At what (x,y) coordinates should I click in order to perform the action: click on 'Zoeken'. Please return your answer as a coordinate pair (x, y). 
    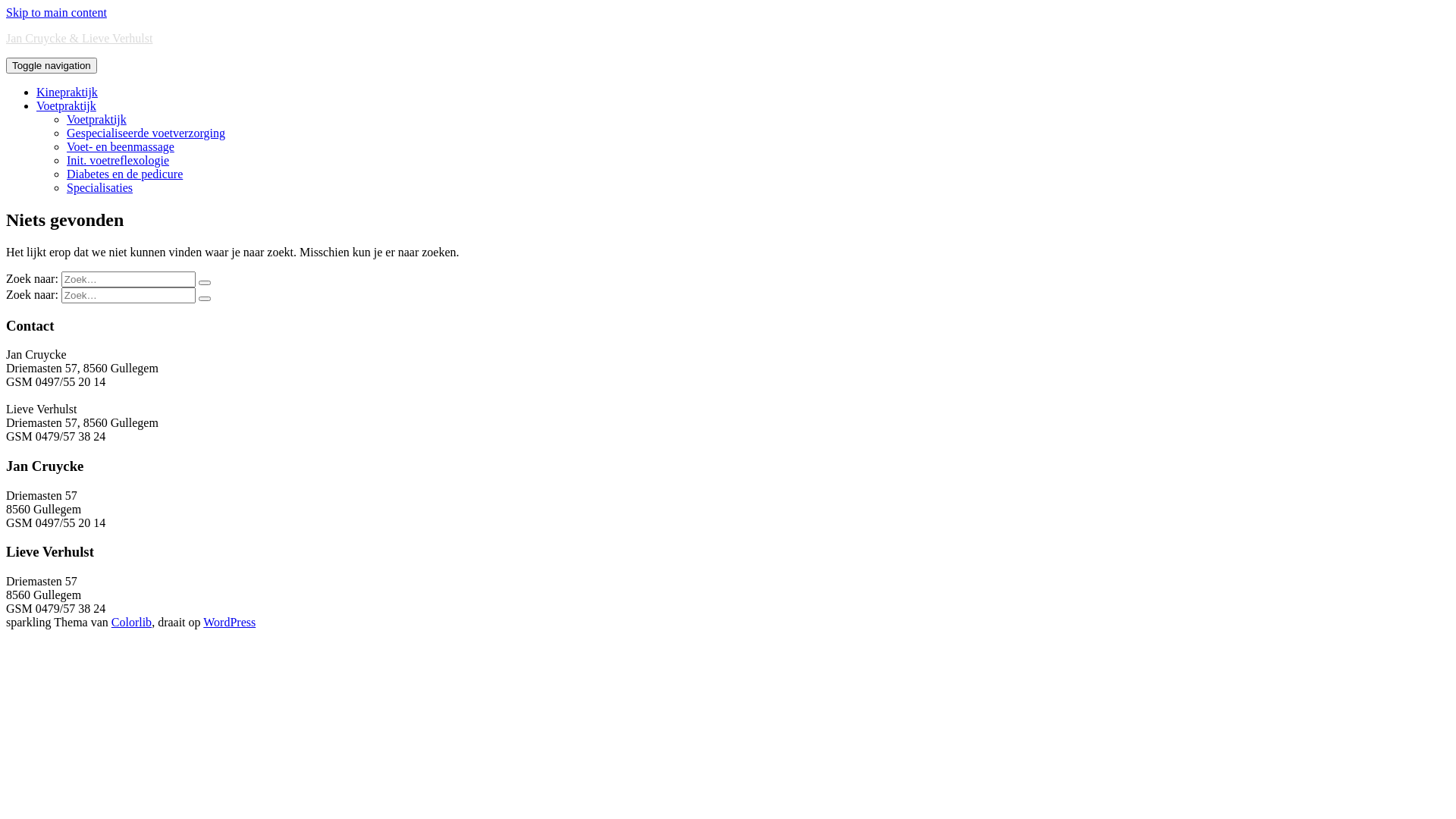
    Looking at the image, I should click on (203, 283).